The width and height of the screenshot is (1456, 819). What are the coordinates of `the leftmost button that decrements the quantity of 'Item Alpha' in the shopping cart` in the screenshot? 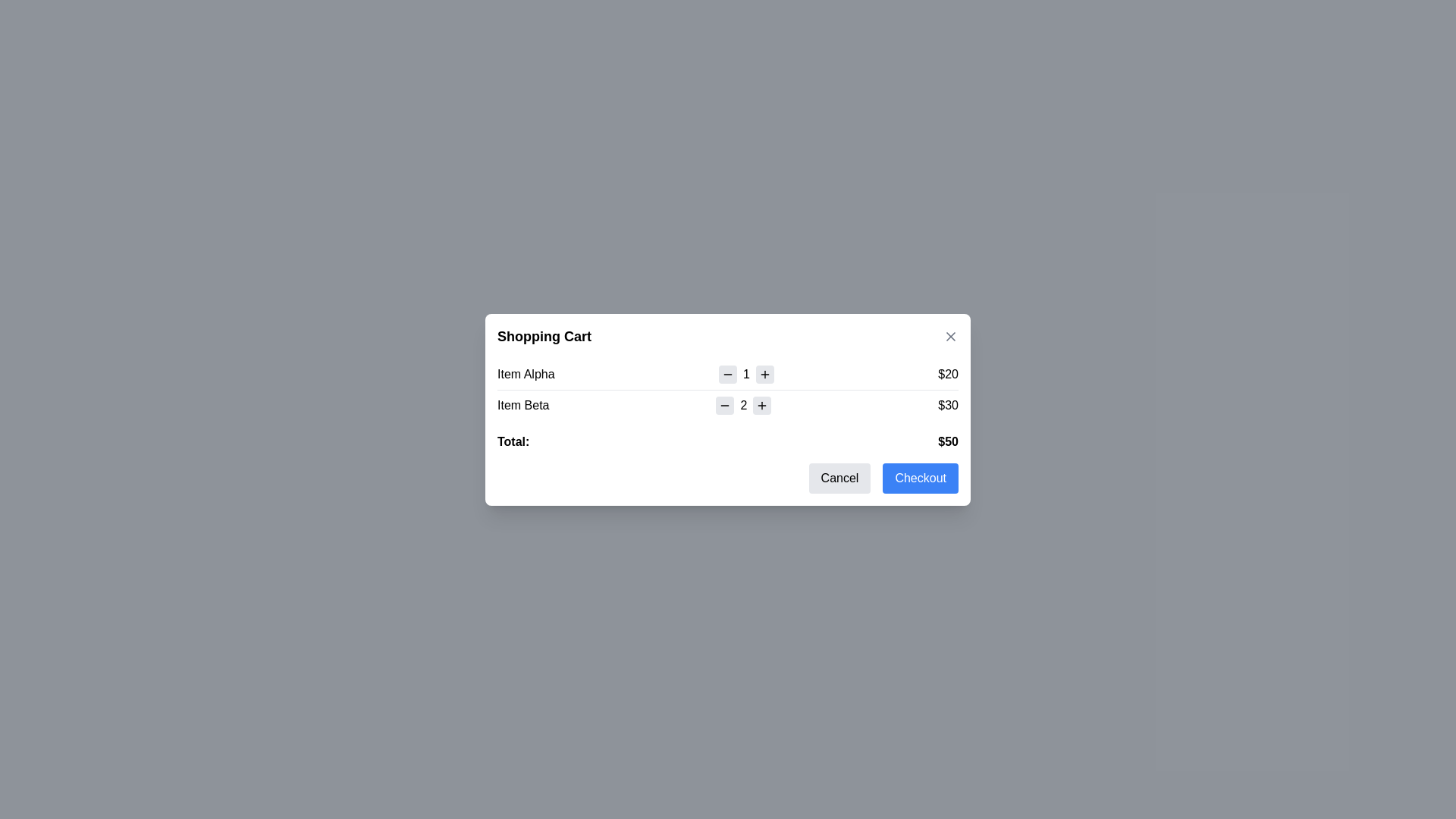 It's located at (728, 374).